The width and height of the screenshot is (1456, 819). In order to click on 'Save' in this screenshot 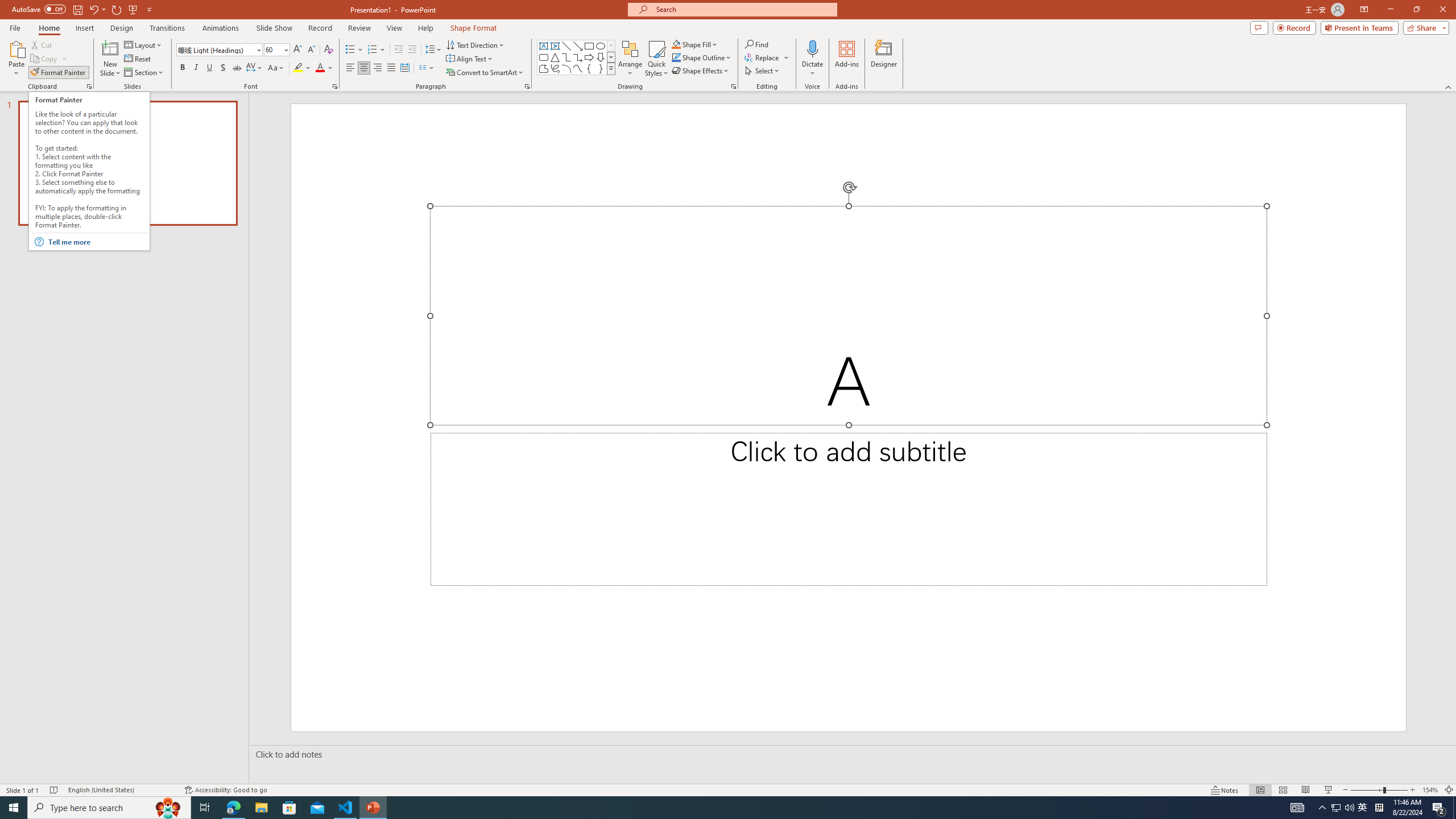, I will do `click(77, 9)`.